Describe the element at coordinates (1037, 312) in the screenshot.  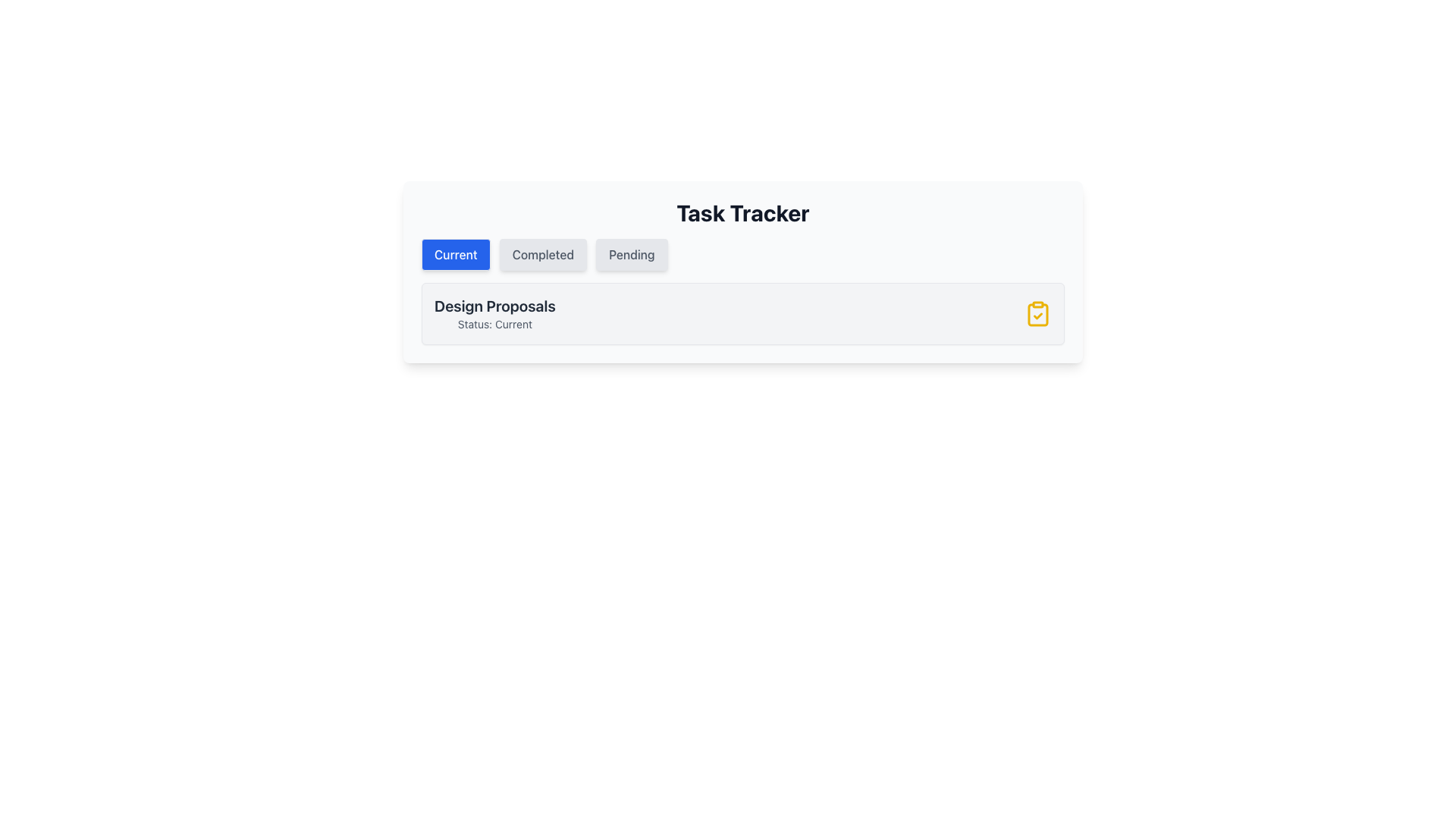
I see `the clipboard icon with a checkmark, styled in bright yellow, located within the 'Design Proposals' section` at that location.